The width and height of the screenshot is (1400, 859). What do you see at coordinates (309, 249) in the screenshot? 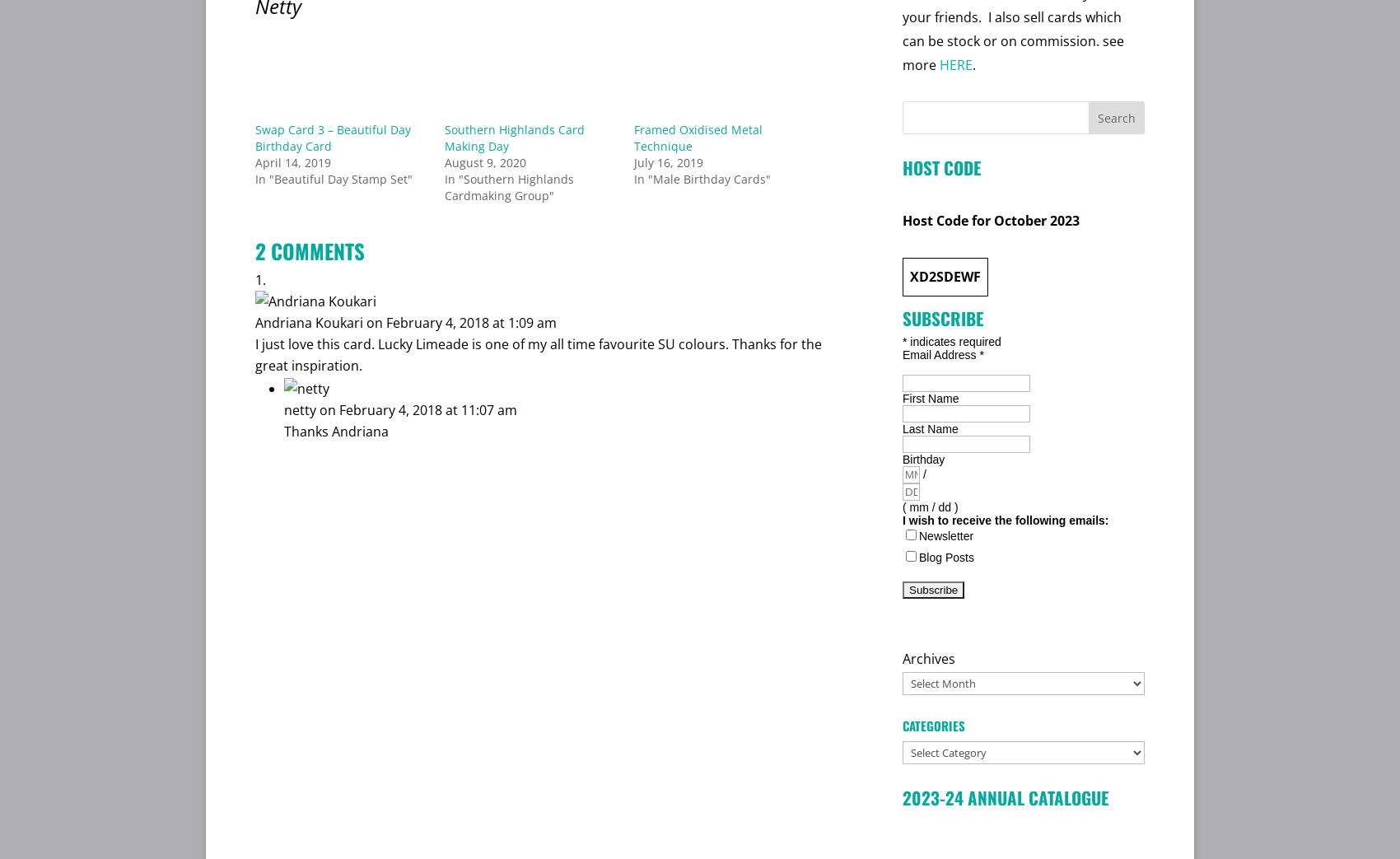
I see `'2 Comments'` at bounding box center [309, 249].